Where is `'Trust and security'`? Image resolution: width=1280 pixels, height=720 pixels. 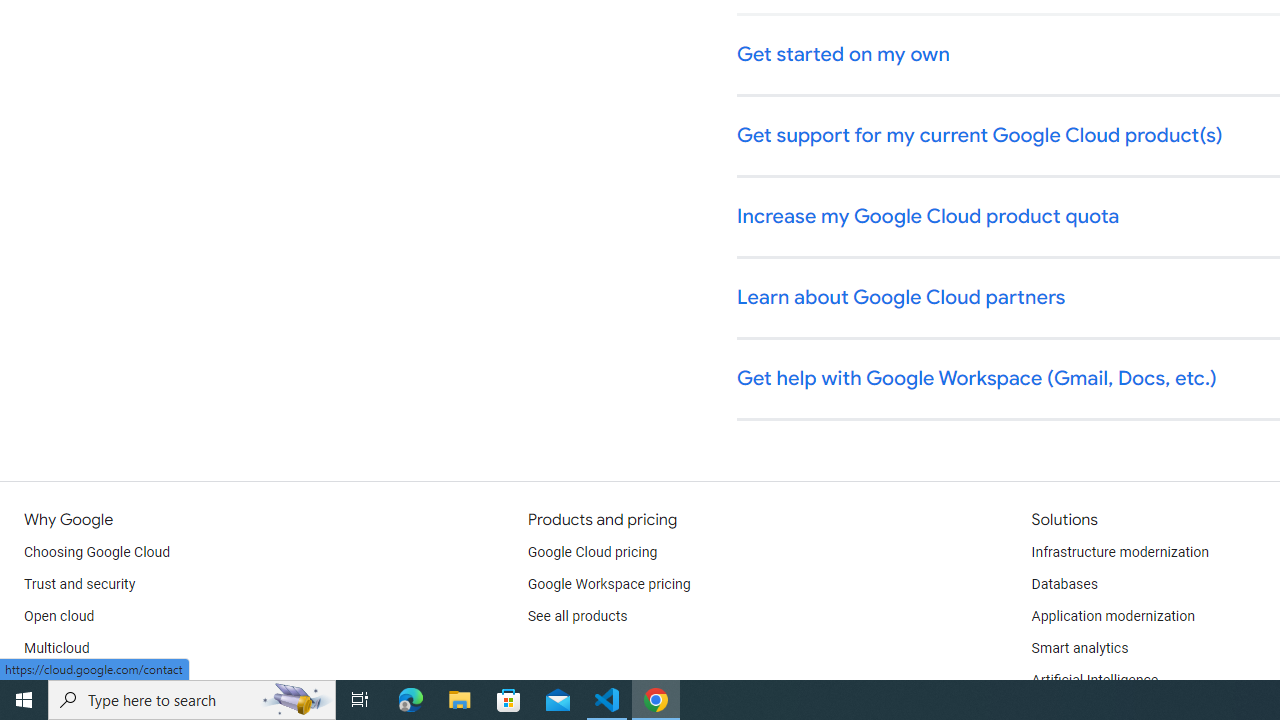 'Trust and security' is located at coordinates (80, 585).